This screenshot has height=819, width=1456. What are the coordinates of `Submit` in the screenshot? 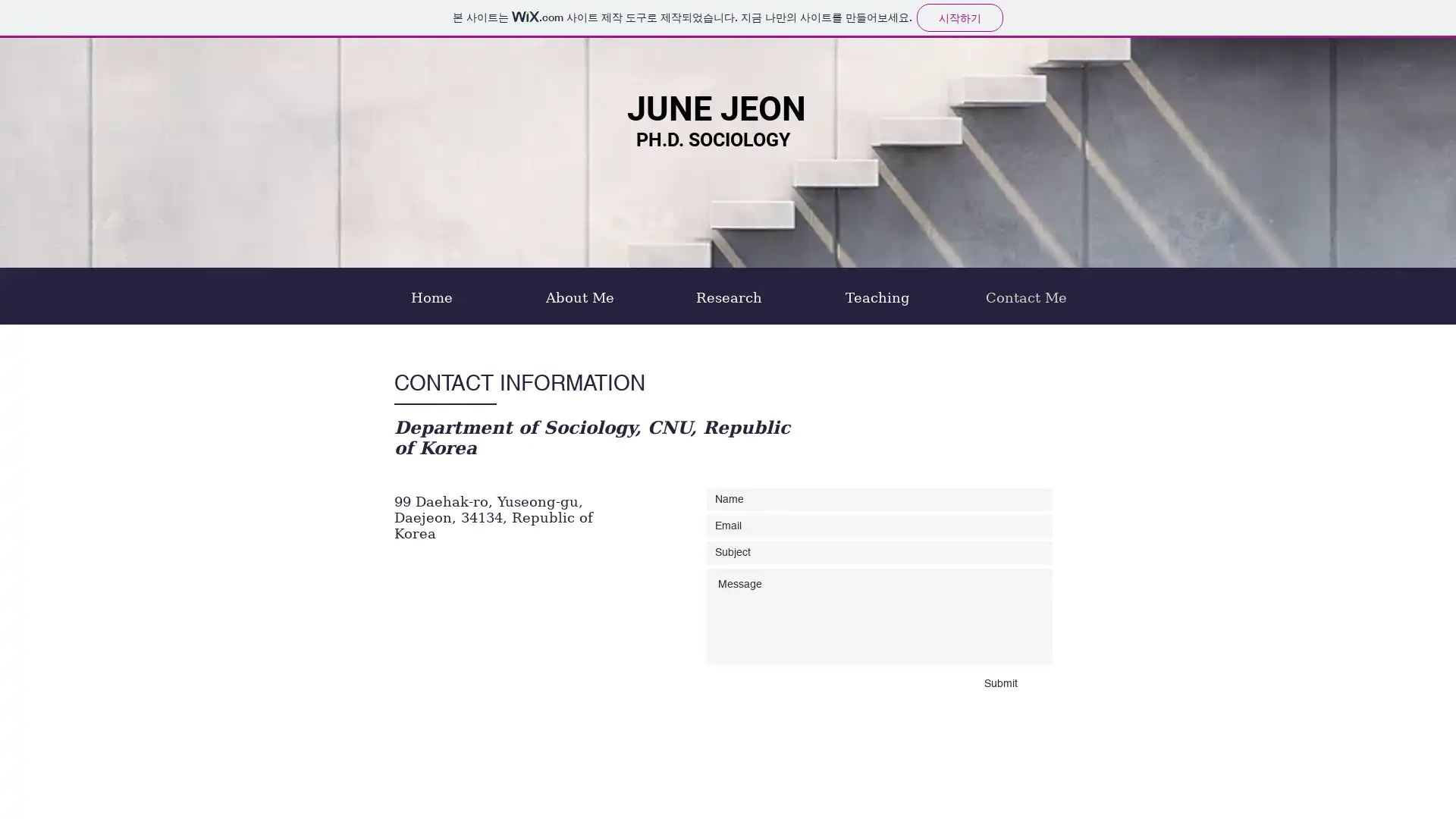 It's located at (1000, 684).